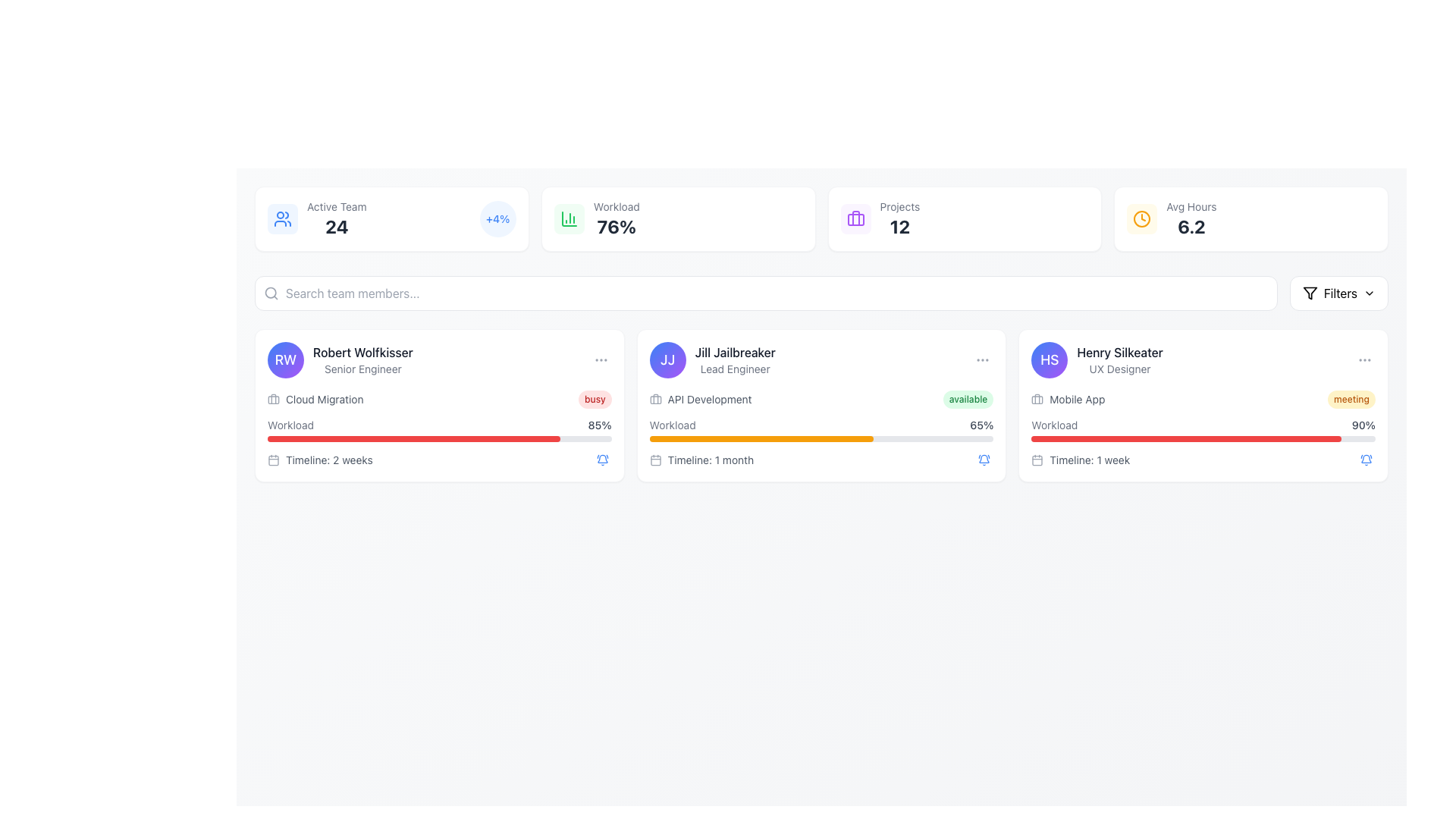 This screenshot has width=1456, height=819. I want to click on textual information displaying the name and designation of Jill Jailbreaker, which is positioned within the second card from the left in a horizontally arranged row of cards, so click(735, 359).